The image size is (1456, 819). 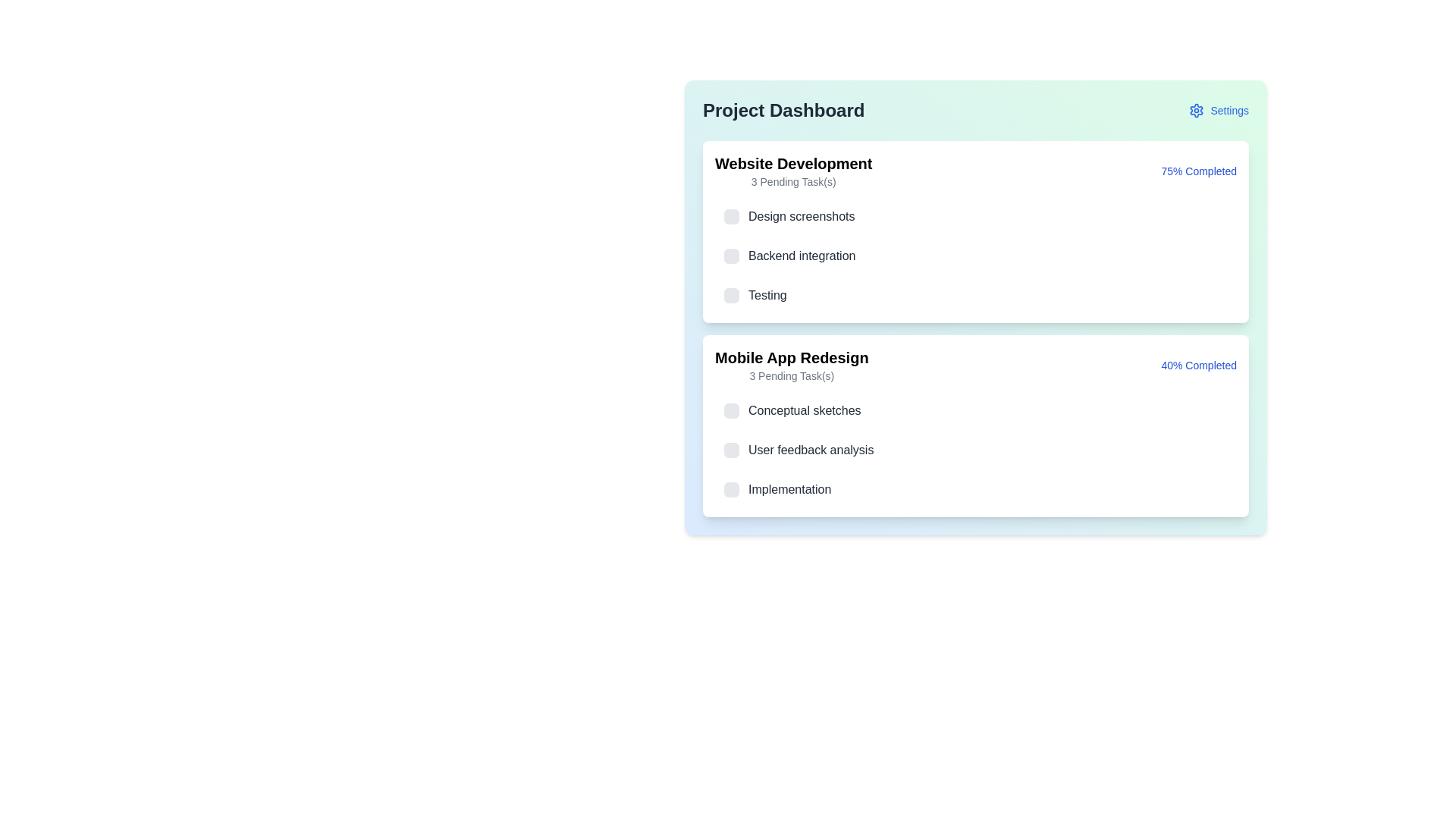 I want to click on descriptive text in the header block for the 'Mobile App Redesign' section, which is located in the second card on the page, beneath the 'Website Development' card, so click(x=791, y=366).